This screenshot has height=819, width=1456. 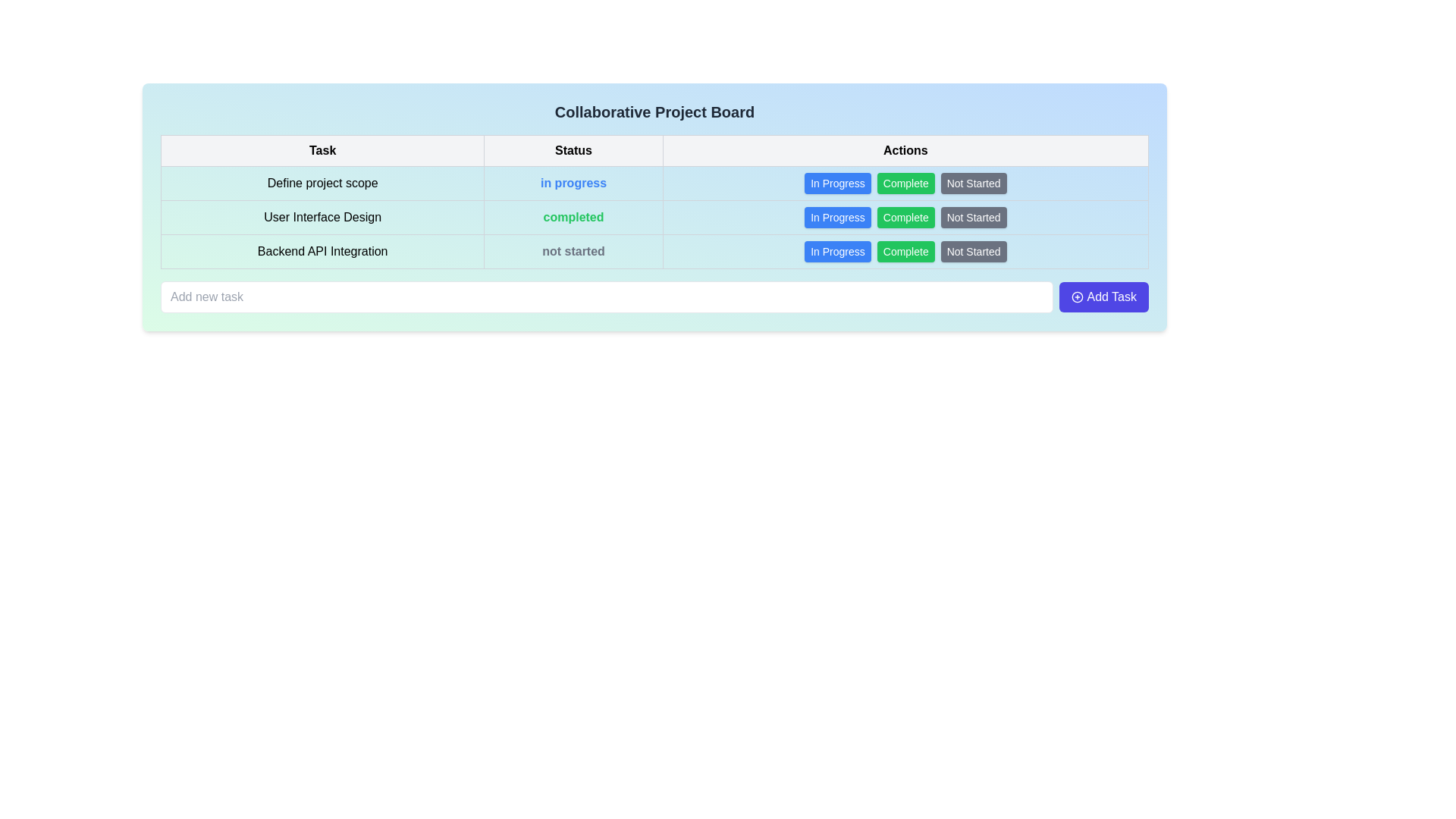 I want to click on the second button in a horizontal row of three under the 'Actions' column in the last row of the table to mark the task as complete, so click(x=905, y=250).